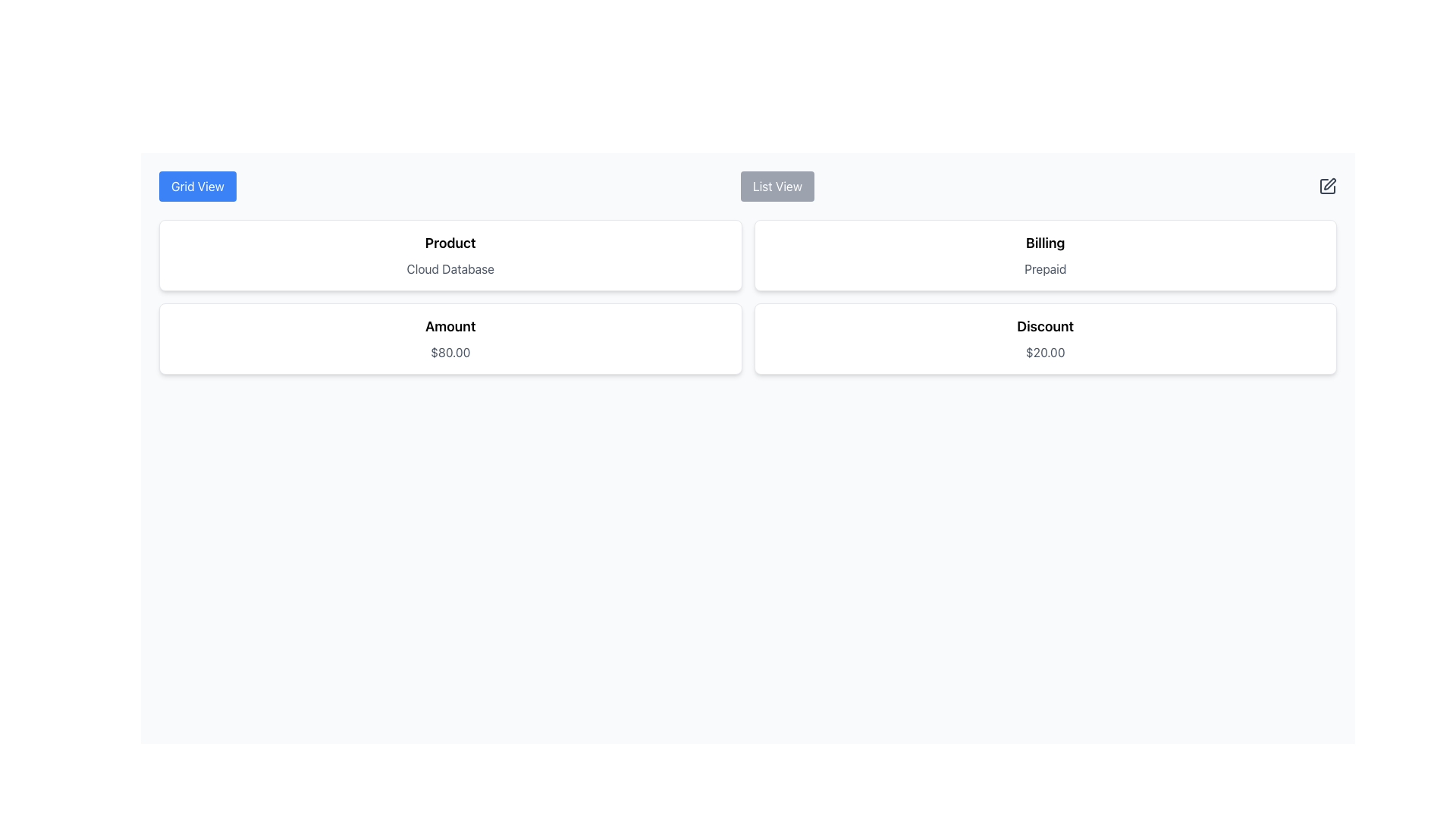 This screenshot has height=819, width=1456. What do you see at coordinates (748, 186) in the screenshot?
I see `the 'List View' button in the Toggle Button Group, which is the right button styled with a gray background and white text` at bounding box center [748, 186].